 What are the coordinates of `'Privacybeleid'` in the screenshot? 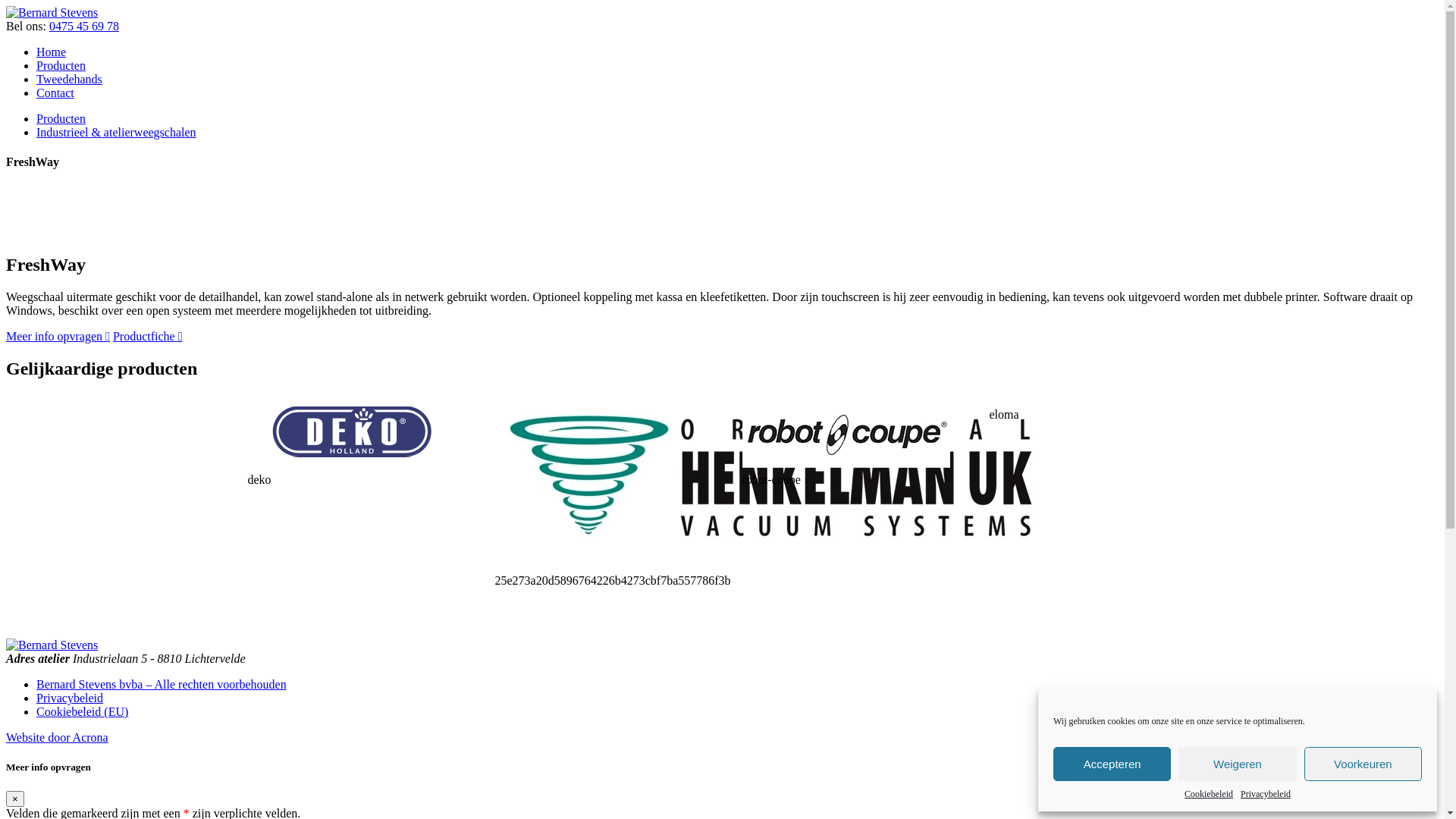 It's located at (1266, 793).